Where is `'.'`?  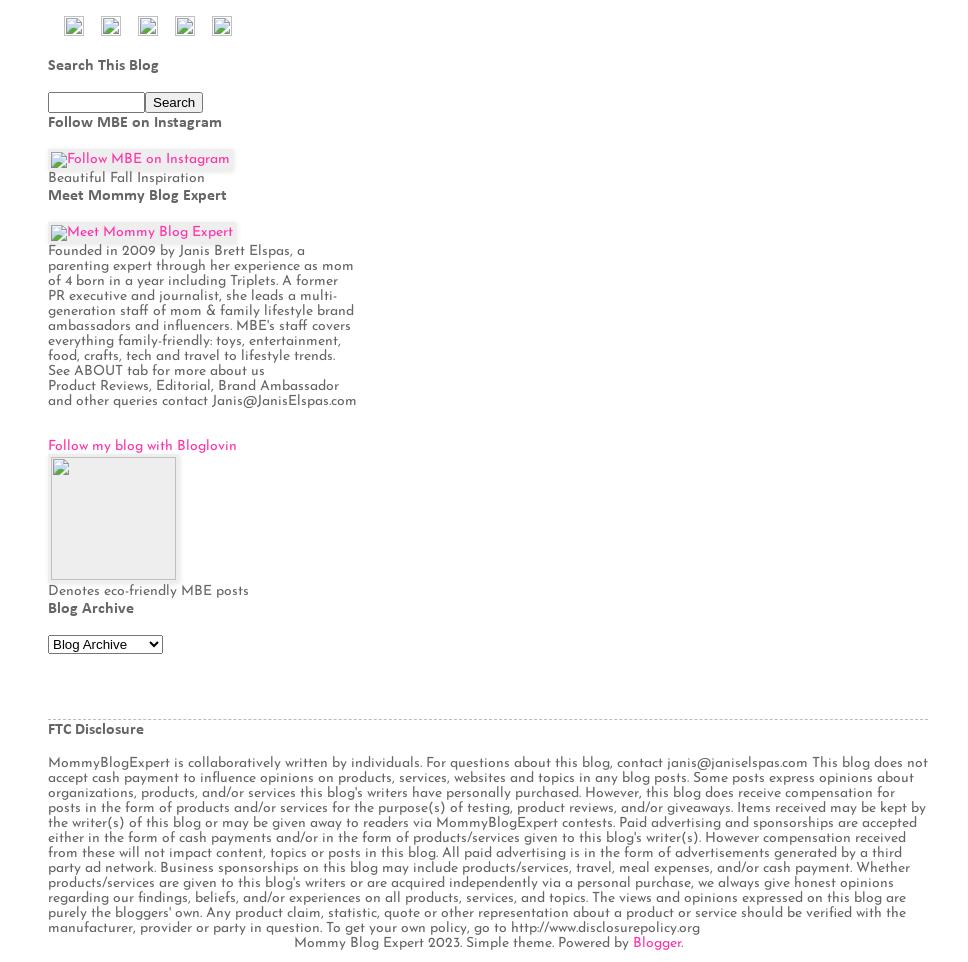
'.' is located at coordinates (680, 942).